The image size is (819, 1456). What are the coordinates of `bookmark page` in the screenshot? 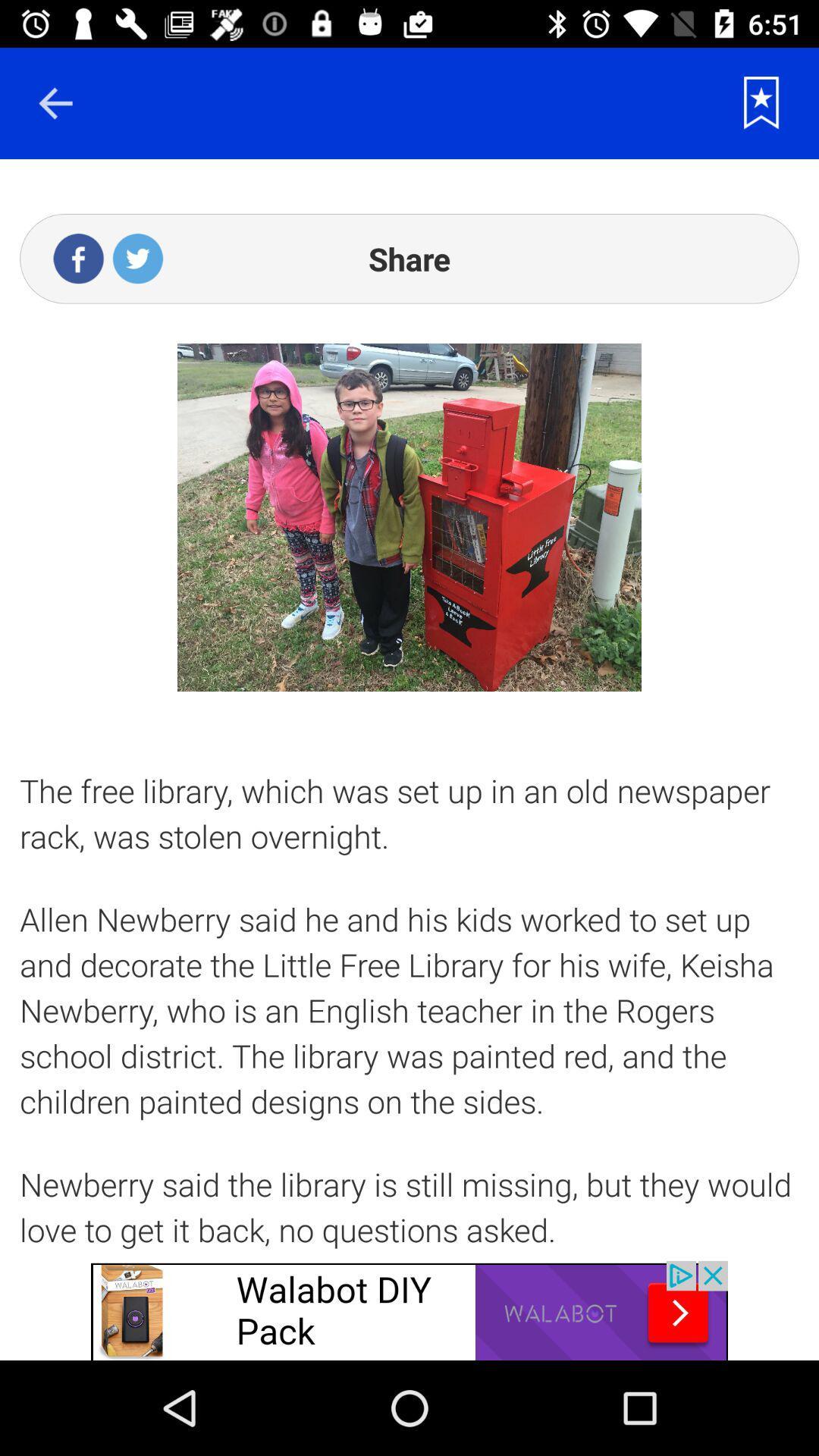 It's located at (761, 102).